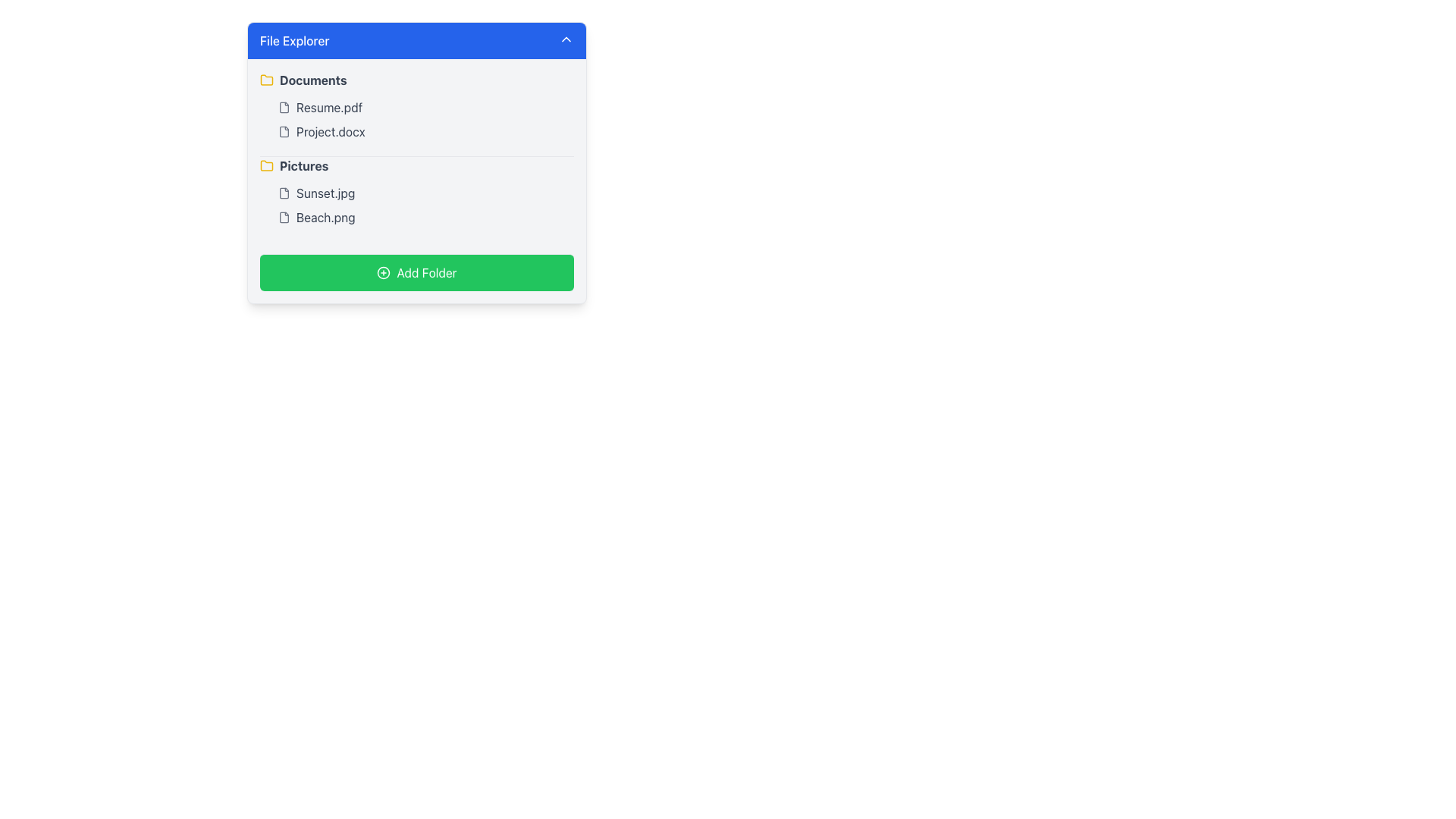 Image resolution: width=1456 pixels, height=819 pixels. What do you see at coordinates (417, 119) in the screenshot?
I see `the file list item group representing 'Resume.pdf' and 'Project.docx' under the 'Documents' section in the File Explorer interface` at bounding box center [417, 119].